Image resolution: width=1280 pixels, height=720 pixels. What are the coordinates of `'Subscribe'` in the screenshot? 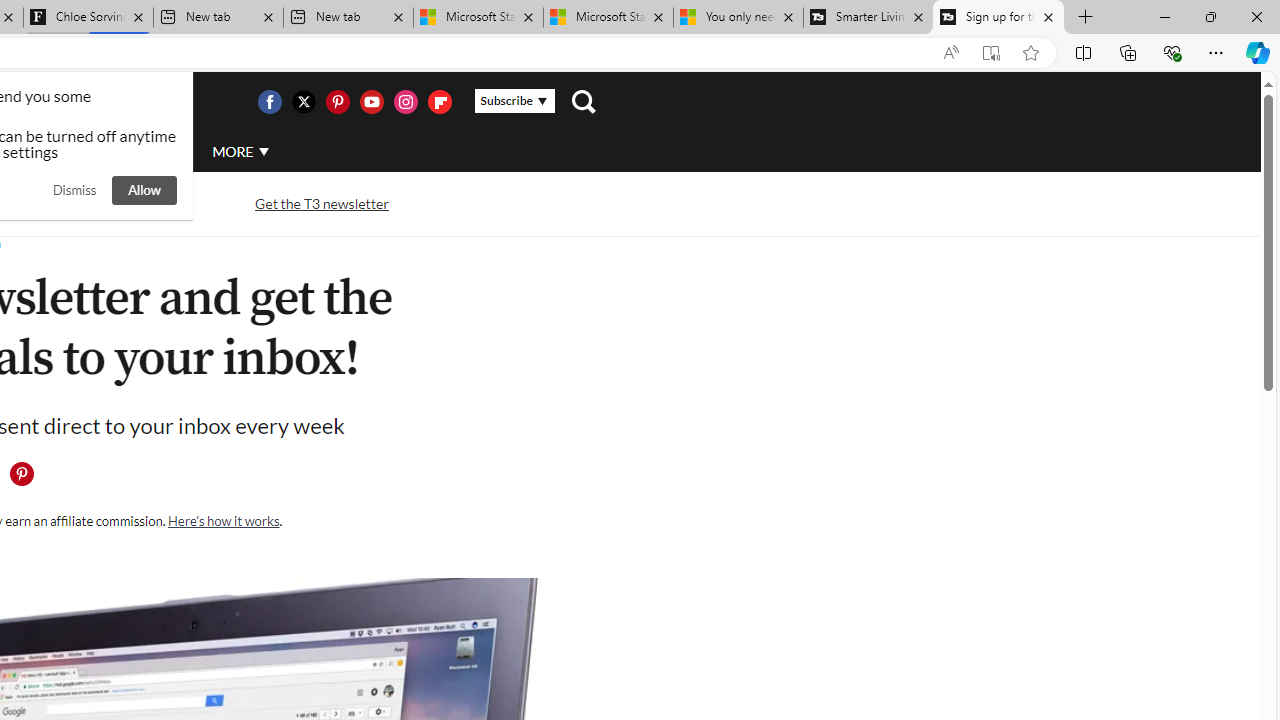 It's located at (514, 101).